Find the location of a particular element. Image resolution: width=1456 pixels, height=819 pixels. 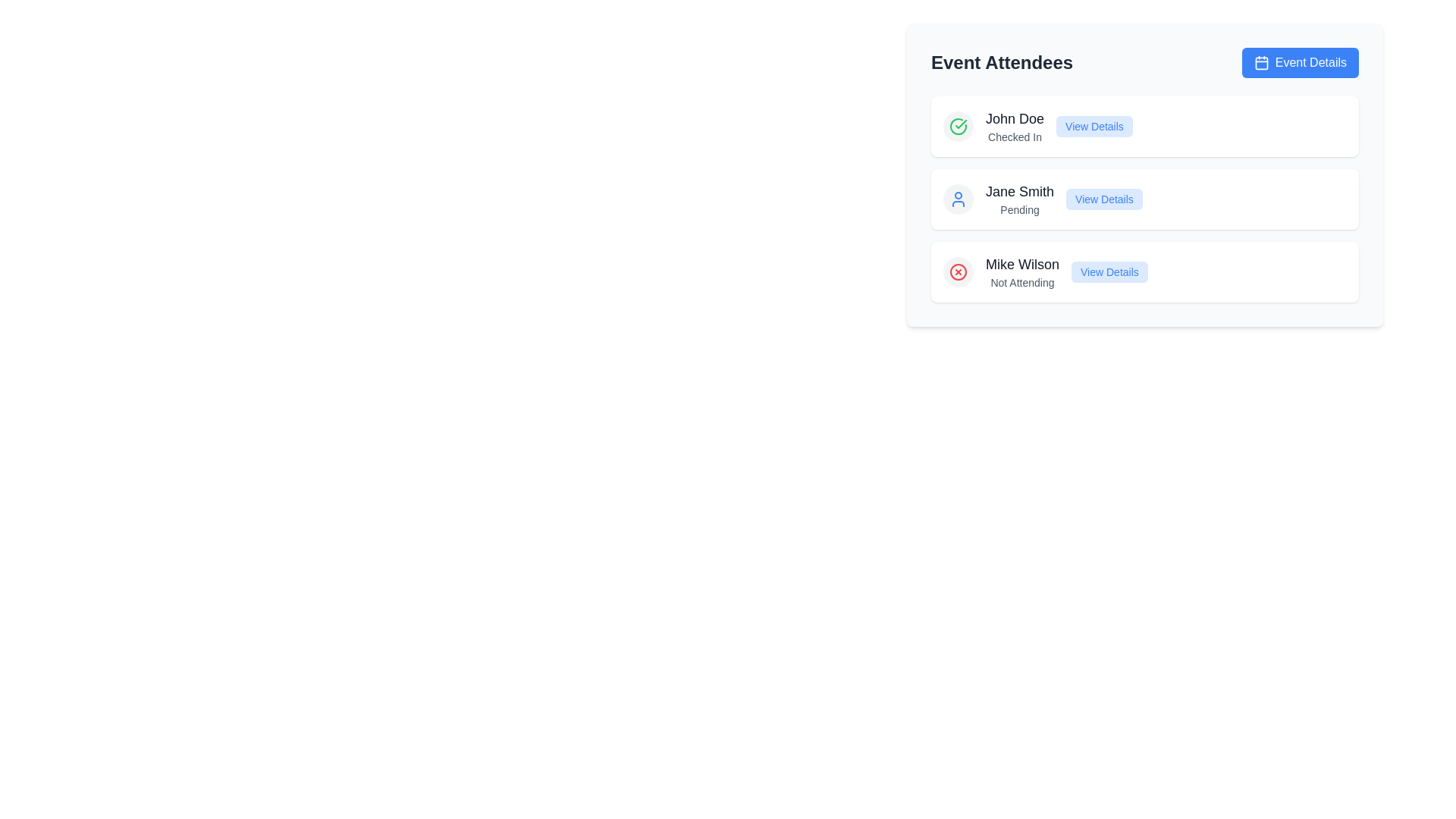

the user avatar SVG icon representing 'Jane Smith' in the 'Event Attendees' section is located at coordinates (957, 198).